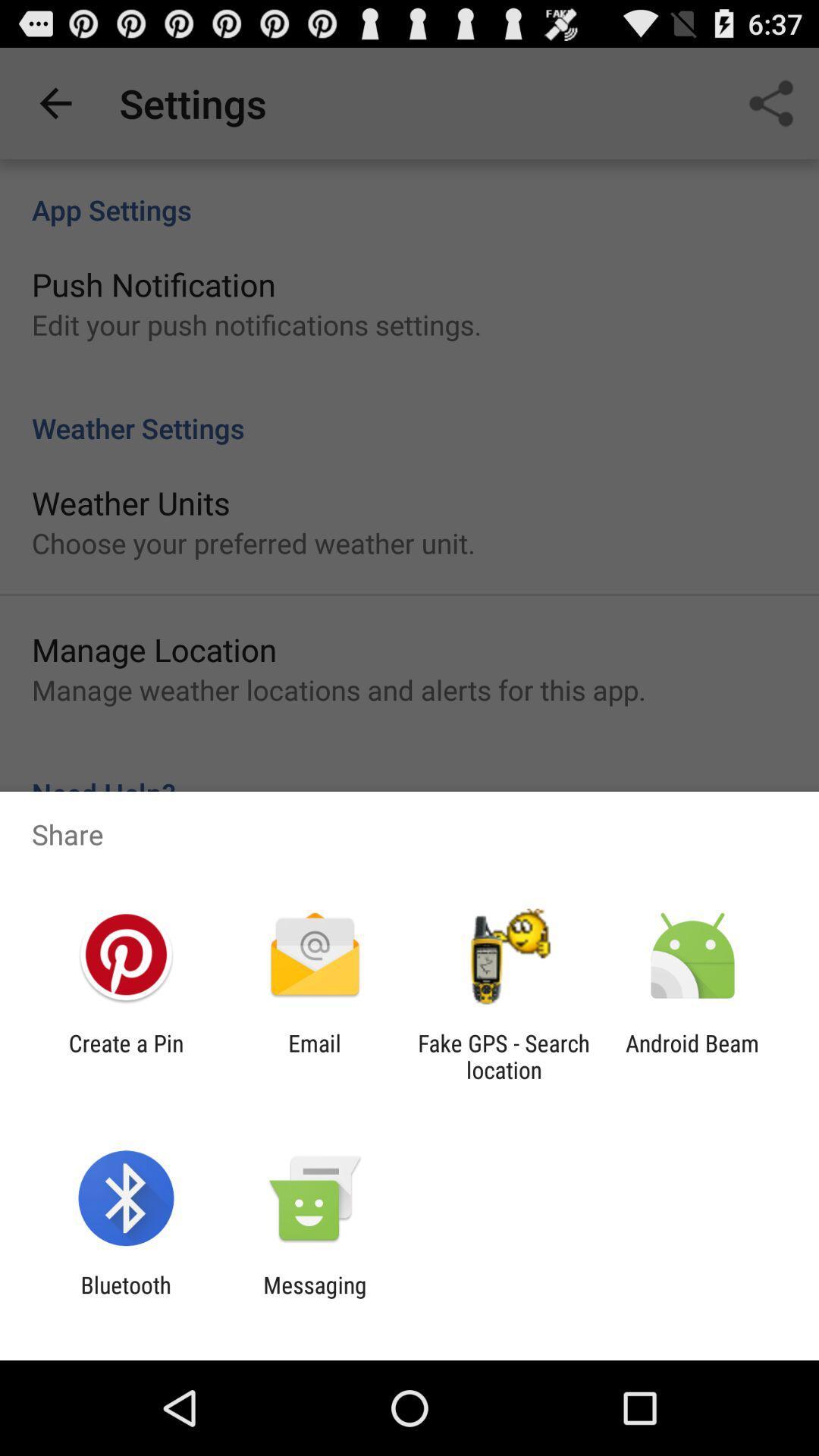 This screenshot has width=819, height=1456. What do you see at coordinates (504, 1056) in the screenshot?
I see `the app to the left of android beam app` at bounding box center [504, 1056].